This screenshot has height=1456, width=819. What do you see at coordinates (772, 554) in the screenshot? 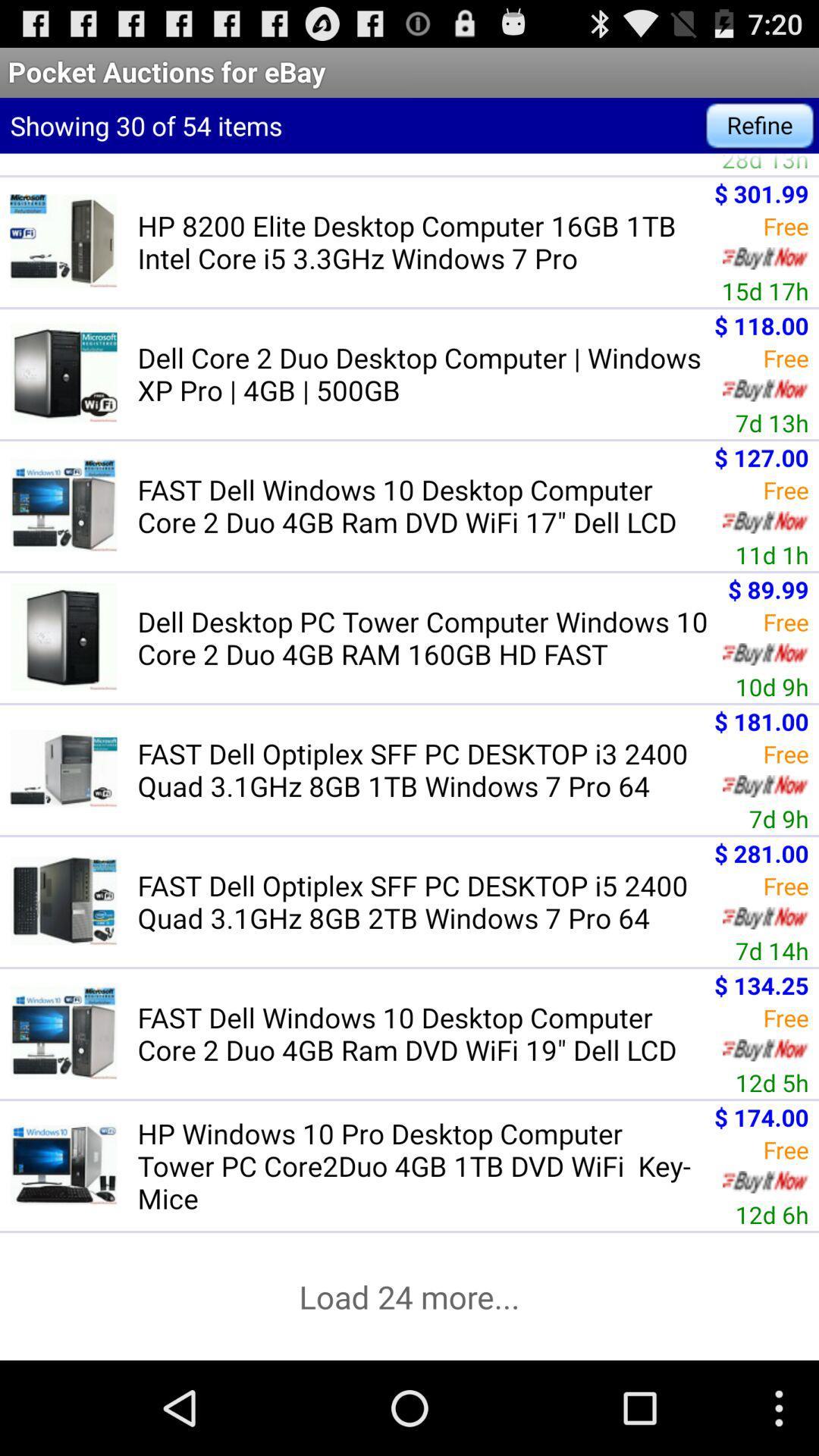
I see `11d 1h item` at bounding box center [772, 554].